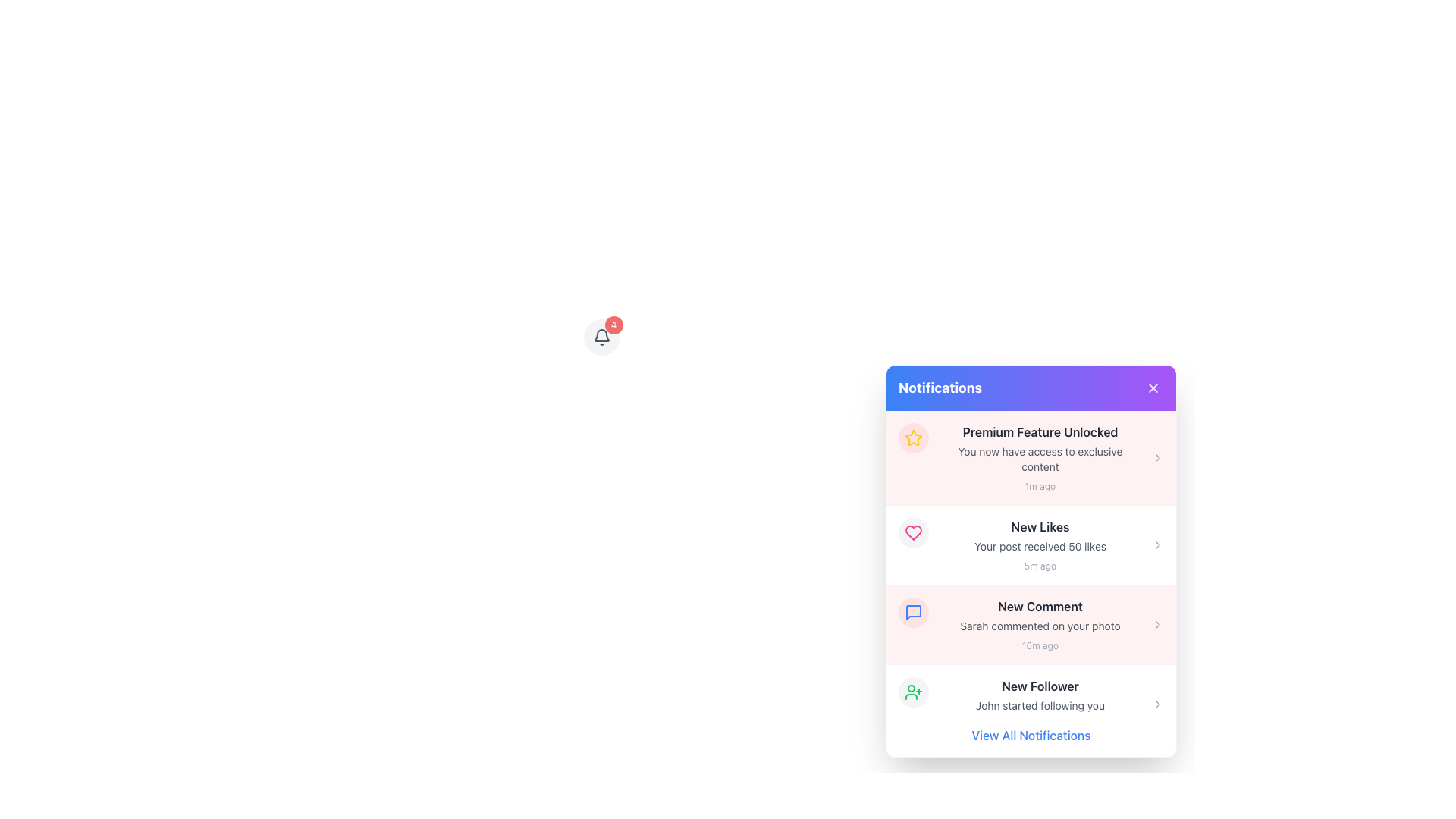 This screenshot has height=819, width=1456. I want to click on the 'New Follower' notification entry that displays 'John started following you', so click(1040, 704).